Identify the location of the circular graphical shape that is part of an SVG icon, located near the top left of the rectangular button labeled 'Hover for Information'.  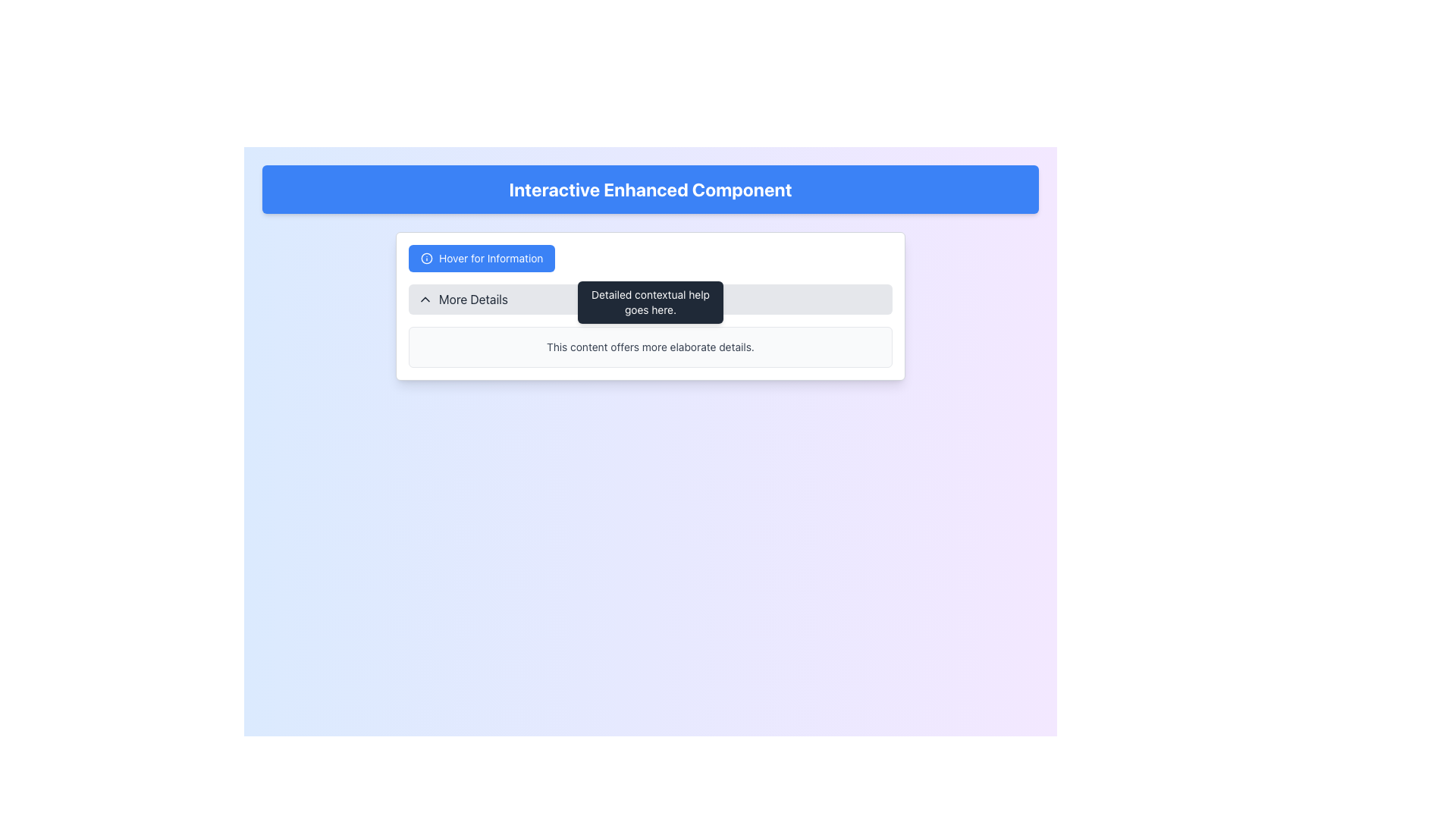
(425, 257).